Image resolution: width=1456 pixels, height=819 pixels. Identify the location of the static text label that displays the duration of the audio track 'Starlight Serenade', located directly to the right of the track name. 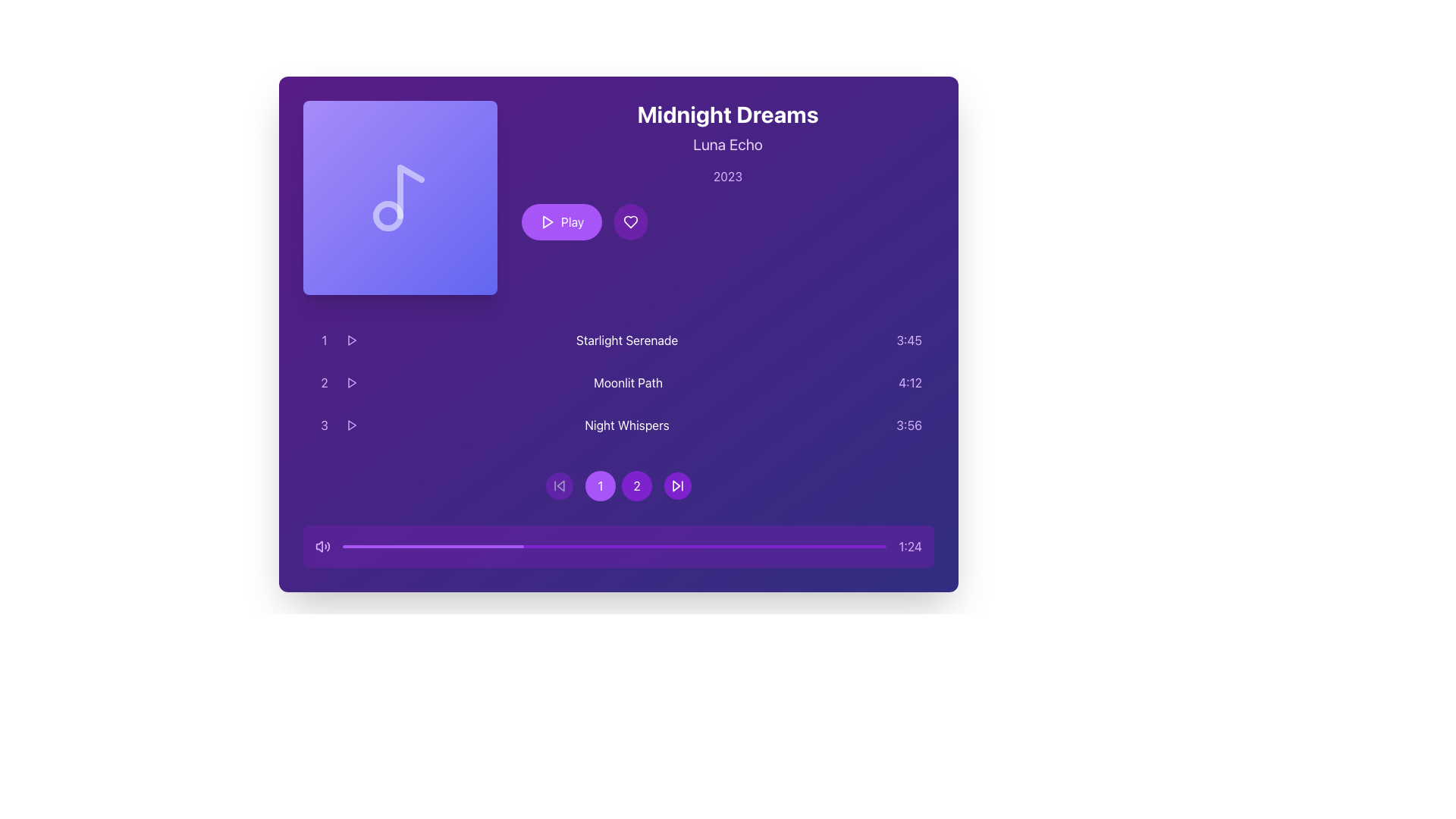
(909, 339).